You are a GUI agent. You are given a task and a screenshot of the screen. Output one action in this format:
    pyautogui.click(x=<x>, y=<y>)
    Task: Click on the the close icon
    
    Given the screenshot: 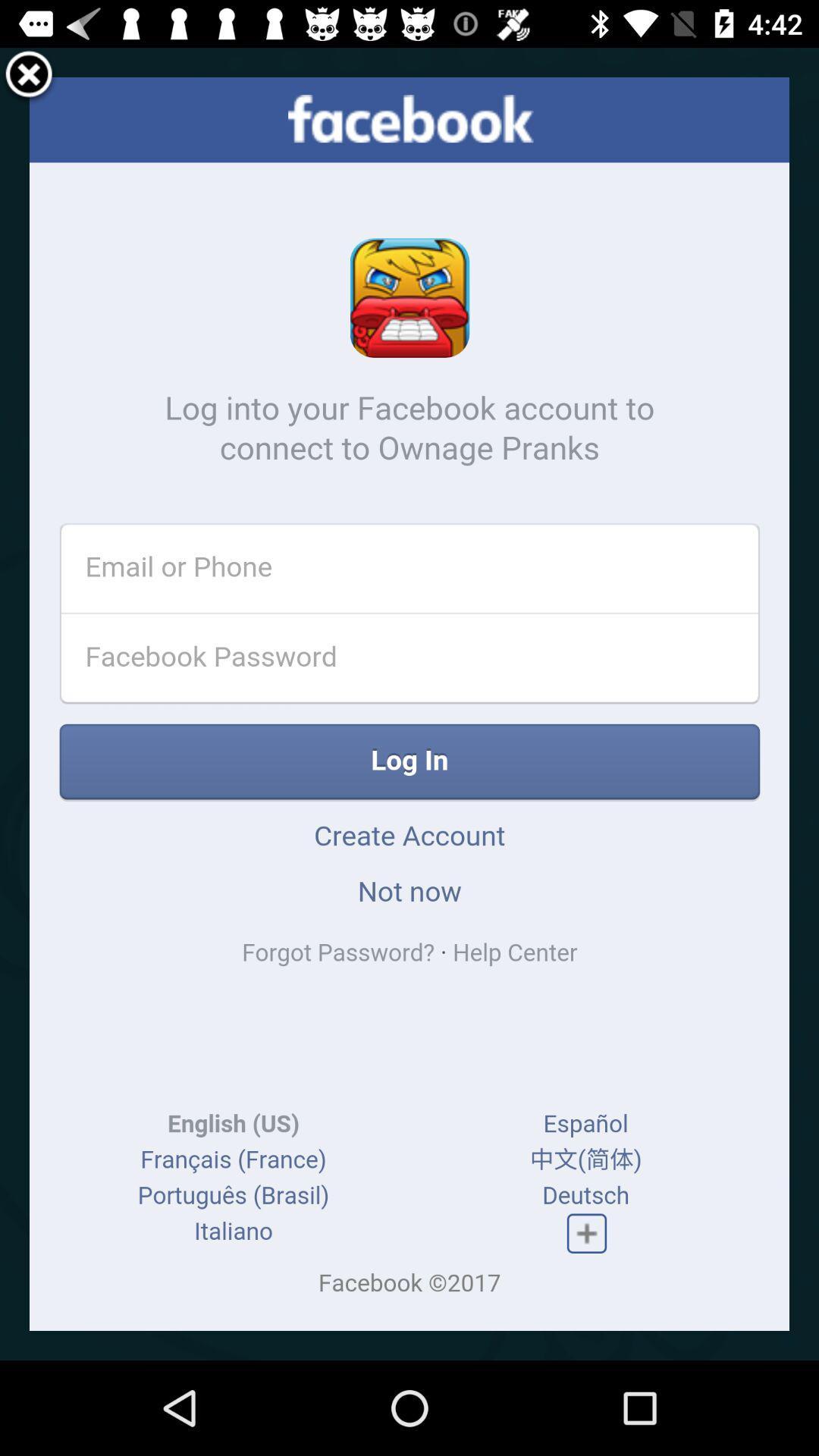 What is the action you would take?
    pyautogui.click(x=29, y=79)
    